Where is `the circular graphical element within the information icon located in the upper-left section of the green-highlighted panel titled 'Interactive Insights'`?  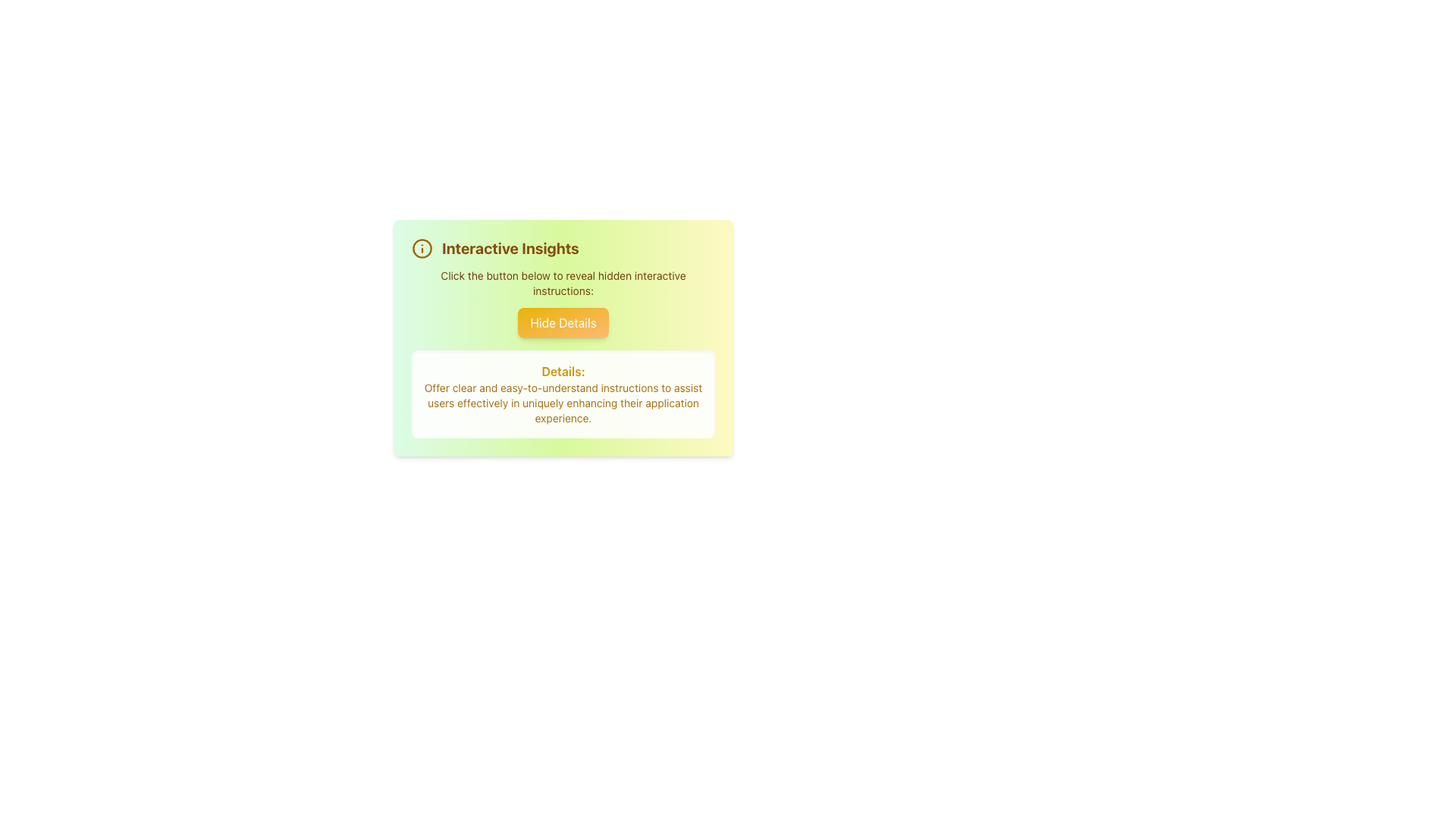
the circular graphical element within the information icon located in the upper-left section of the green-highlighted panel titled 'Interactive Insights' is located at coordinates (422, 247).